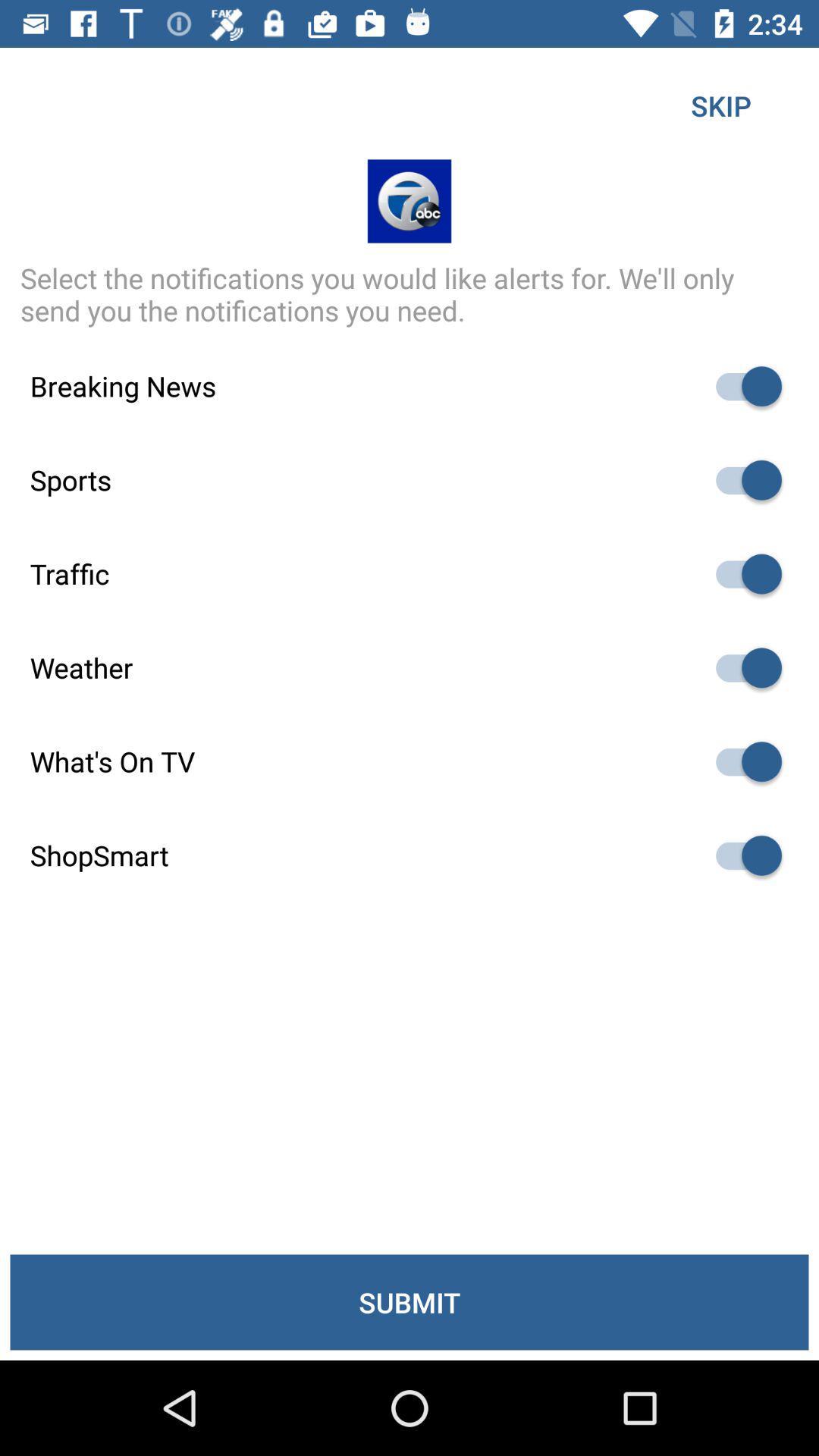 The height and width of the screenshot is (1456, 819). What do you see at coordinates (741, 386) in the screenshot?
I see `on/off option` at bounding box center [741, 386].